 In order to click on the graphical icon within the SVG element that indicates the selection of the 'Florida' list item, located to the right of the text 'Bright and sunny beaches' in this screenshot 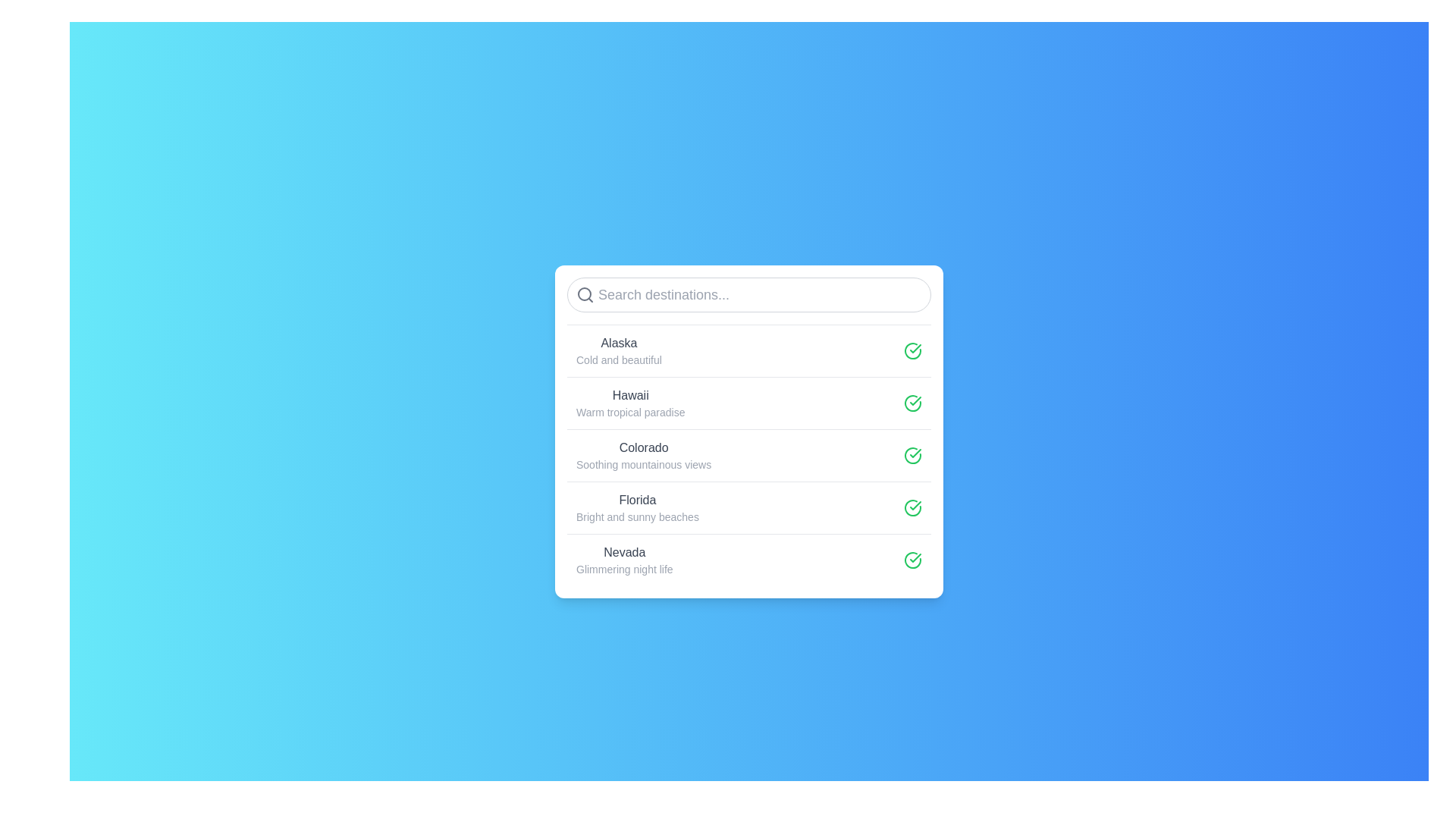, I will do `click(912, 507)`.